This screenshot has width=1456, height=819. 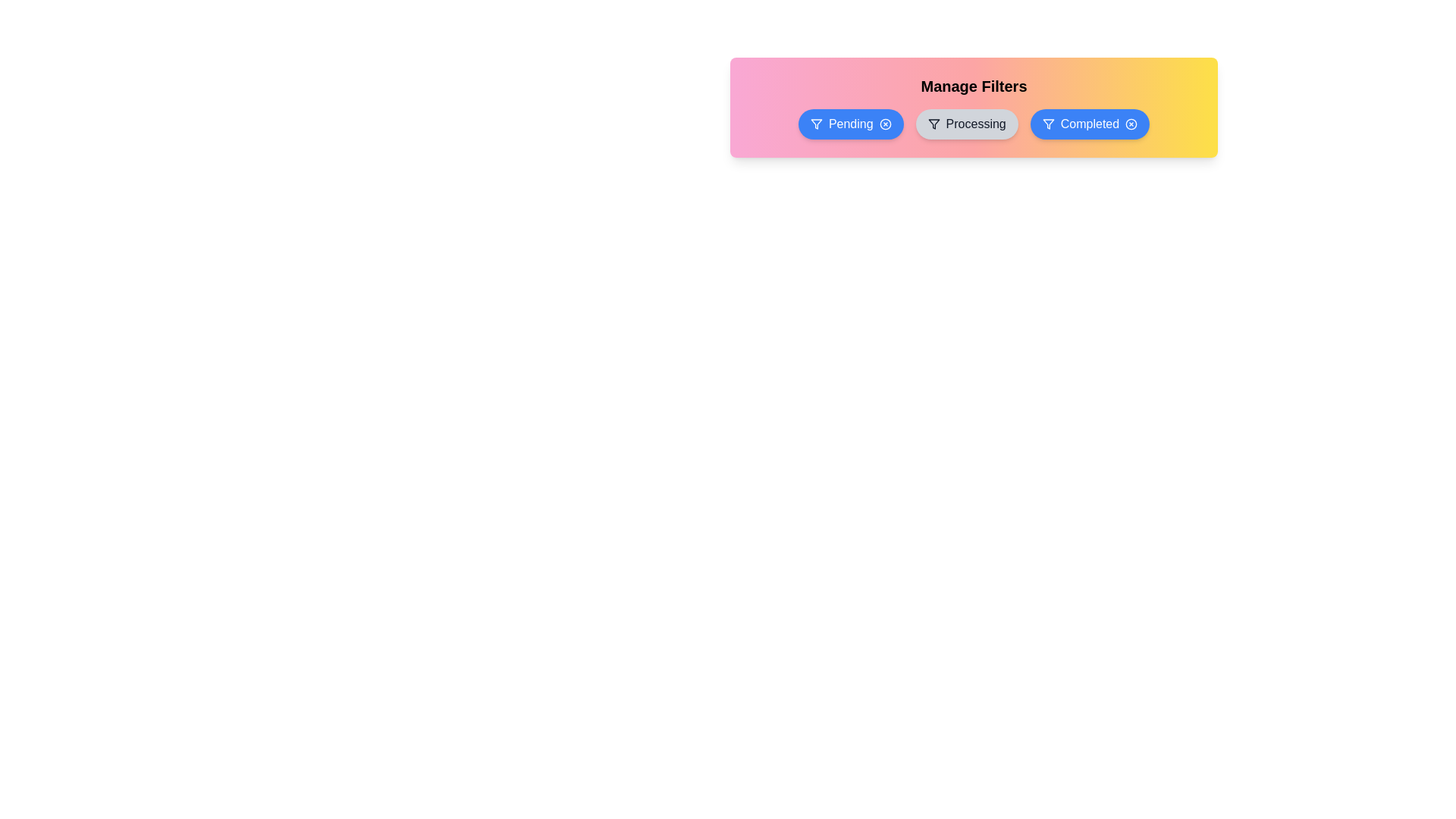 What do you see at coordinates (966, 124) in the screenshot?
I see `the filter Processing to observe the hover effect` at bounding box center [966, 124].